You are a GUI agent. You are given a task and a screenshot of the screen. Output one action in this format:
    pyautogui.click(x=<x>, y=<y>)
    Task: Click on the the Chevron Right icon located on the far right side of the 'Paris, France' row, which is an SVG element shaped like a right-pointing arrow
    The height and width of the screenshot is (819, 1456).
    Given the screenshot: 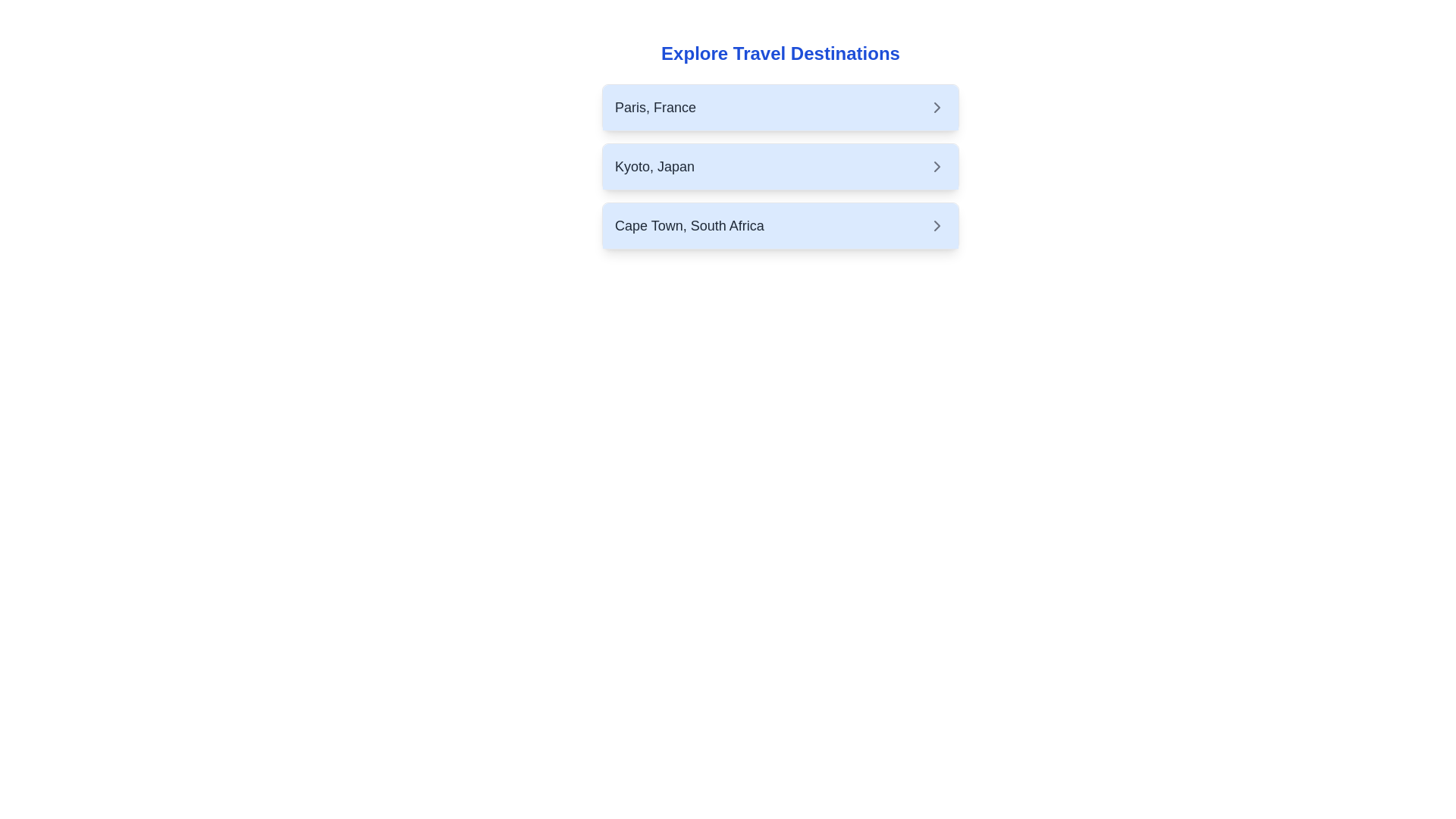 What is the action you would take?
    pyautogui.click(x=937, y=107)
    